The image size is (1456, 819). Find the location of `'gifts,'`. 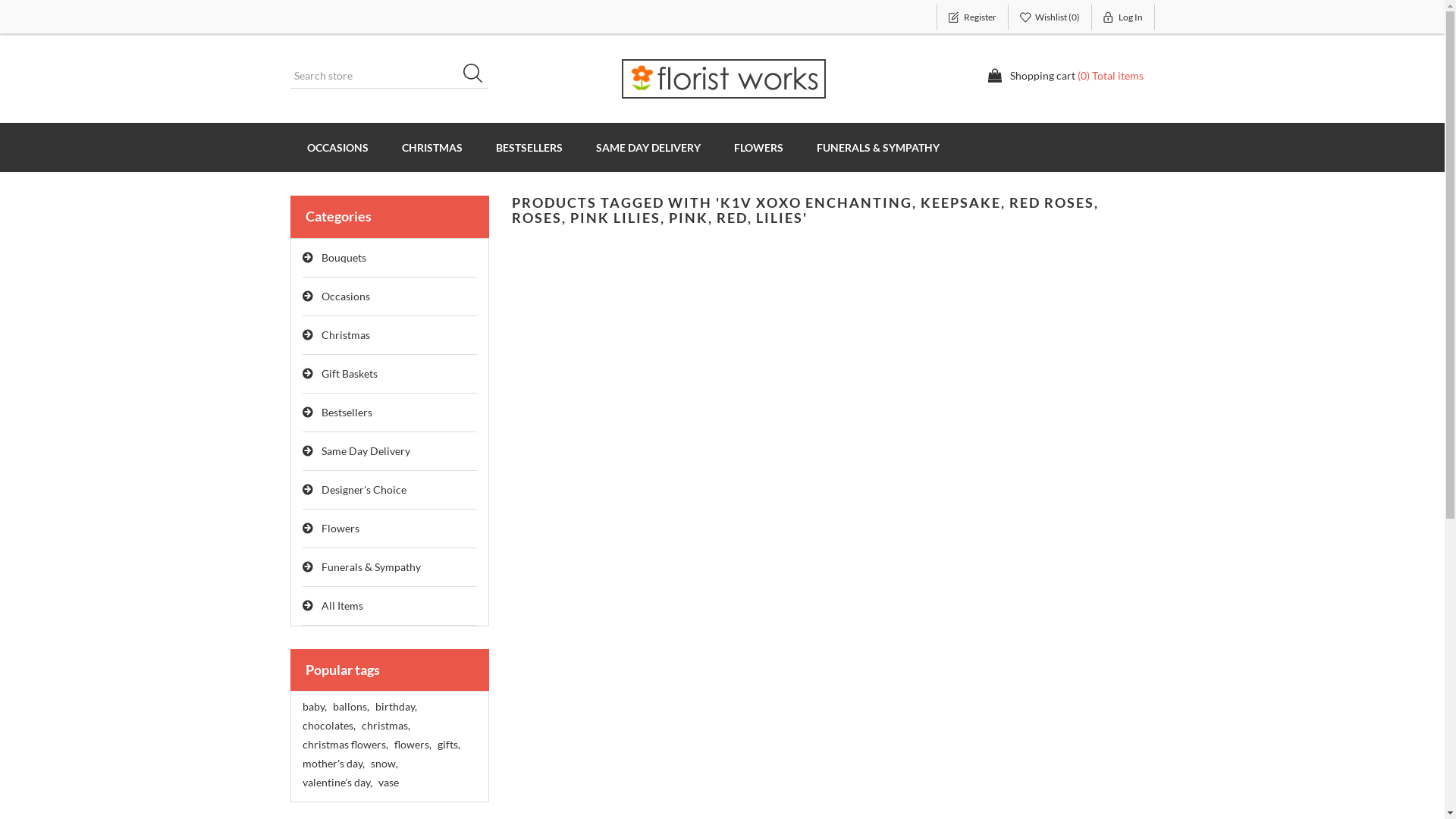

'gifts,' is located at coordinates (436, 744).